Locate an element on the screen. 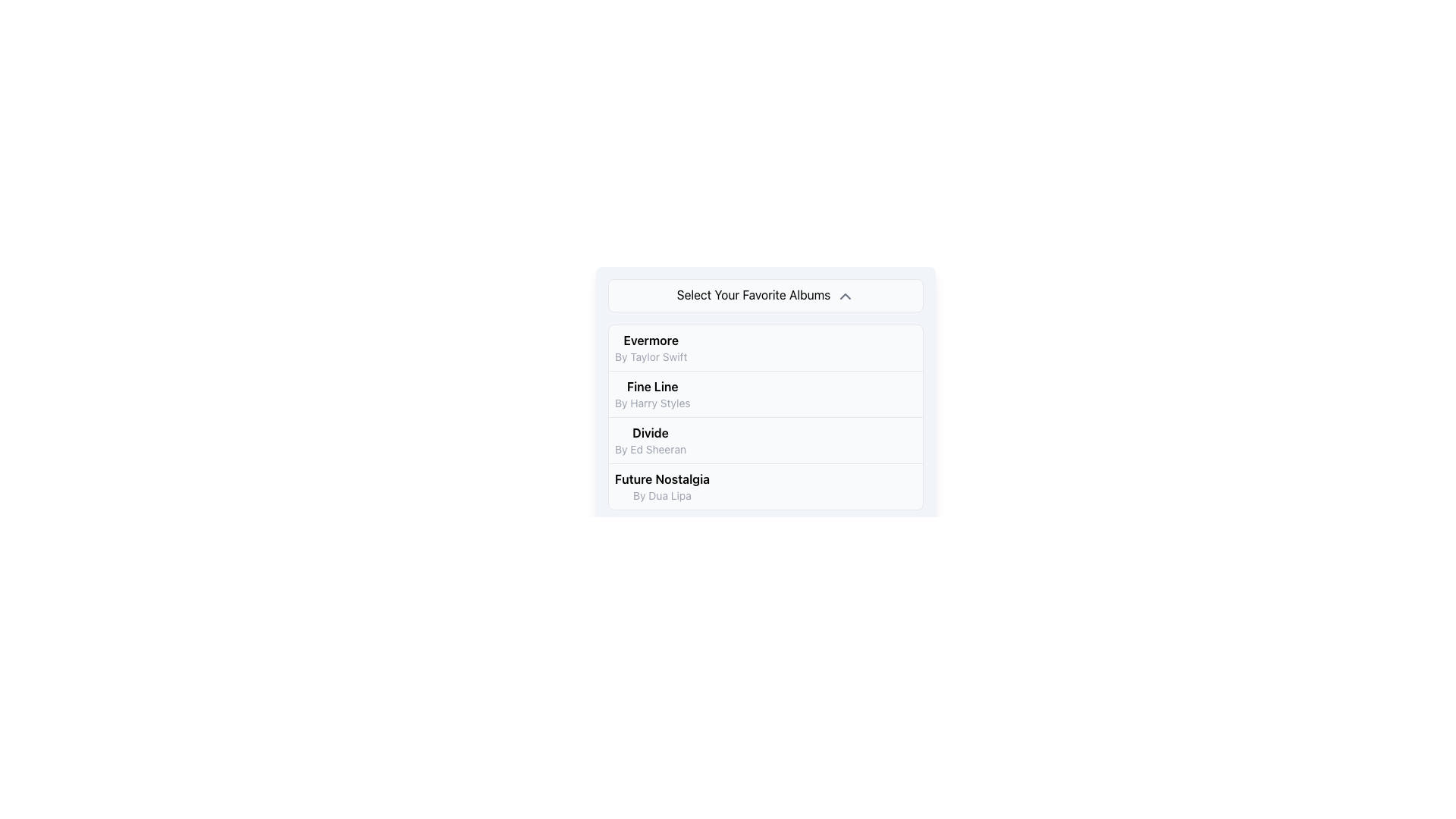 The image size is (1456, 819). the text label displaying 'Divide' in bold font to initiate an action related to the album 'Divide' by Ed Sheeran is located at coordinates (651, 432).